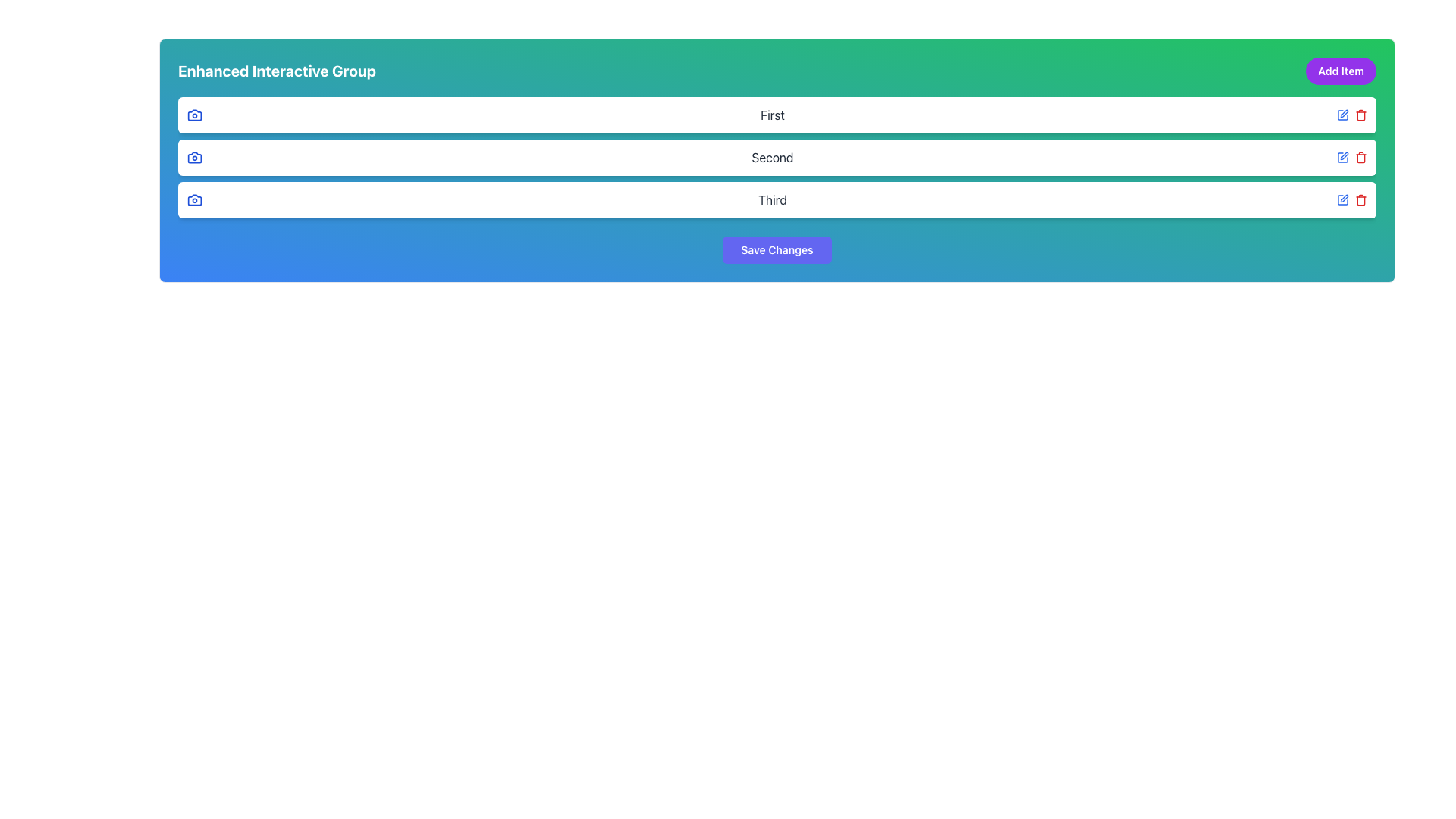  What do you see at coordinates (277, 71) in the screenshot?
I see `text of the heading component displaying 'Enhanced Interactive Group', which is styled prominently and located at the top left of the interface` at bounding box center [277, 71].